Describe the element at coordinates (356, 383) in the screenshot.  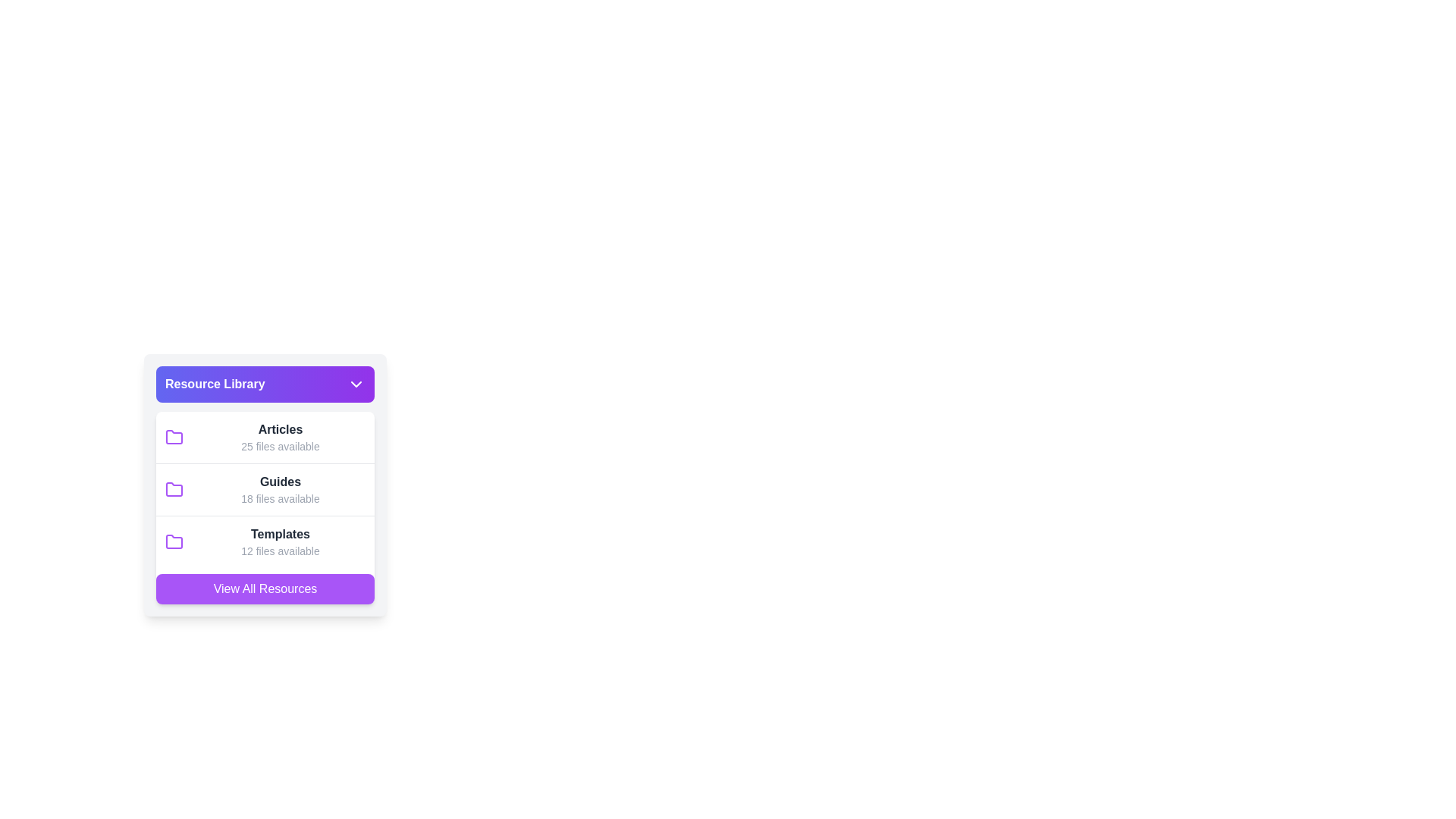
I see `the downward-pointing chevron icon located at the far-right side of the 'Resource Library' title header bar` at that location.